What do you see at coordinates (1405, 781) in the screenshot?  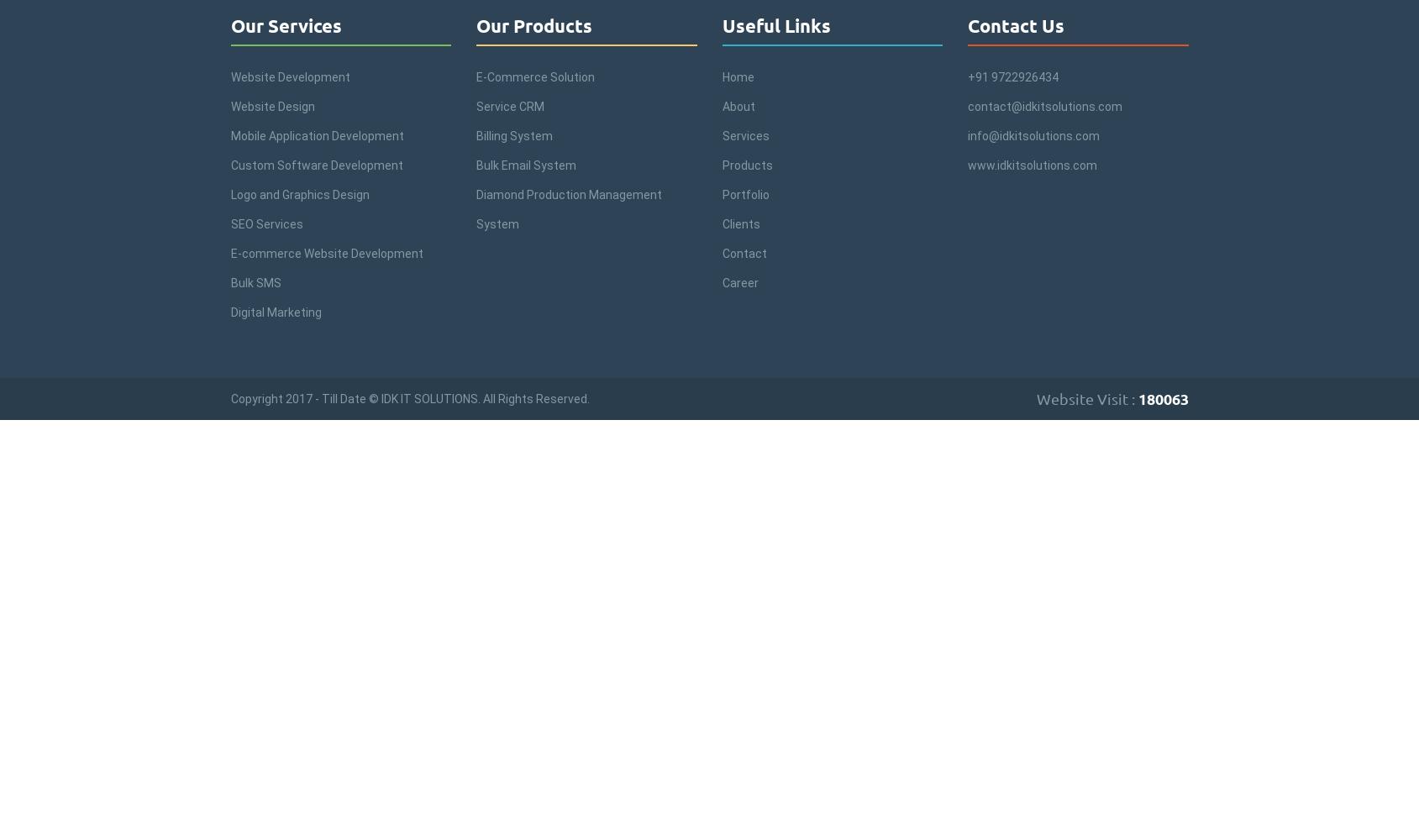 I see `'Top'` at bounding box center [1405, 781].